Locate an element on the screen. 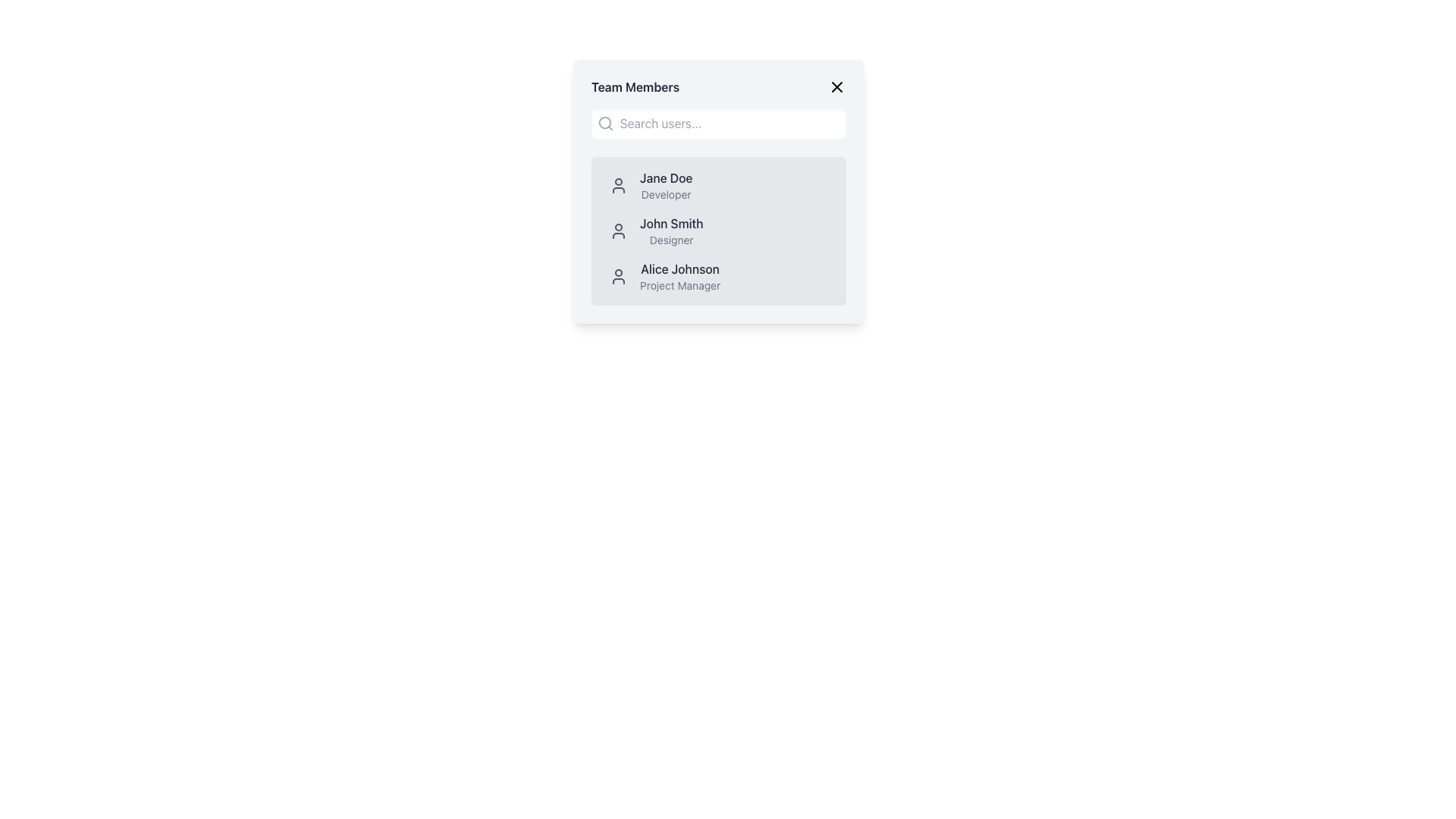  the 'X' close icon located in the top-right corner of the 'Team Members' panel is located at coordinates (836, 87).